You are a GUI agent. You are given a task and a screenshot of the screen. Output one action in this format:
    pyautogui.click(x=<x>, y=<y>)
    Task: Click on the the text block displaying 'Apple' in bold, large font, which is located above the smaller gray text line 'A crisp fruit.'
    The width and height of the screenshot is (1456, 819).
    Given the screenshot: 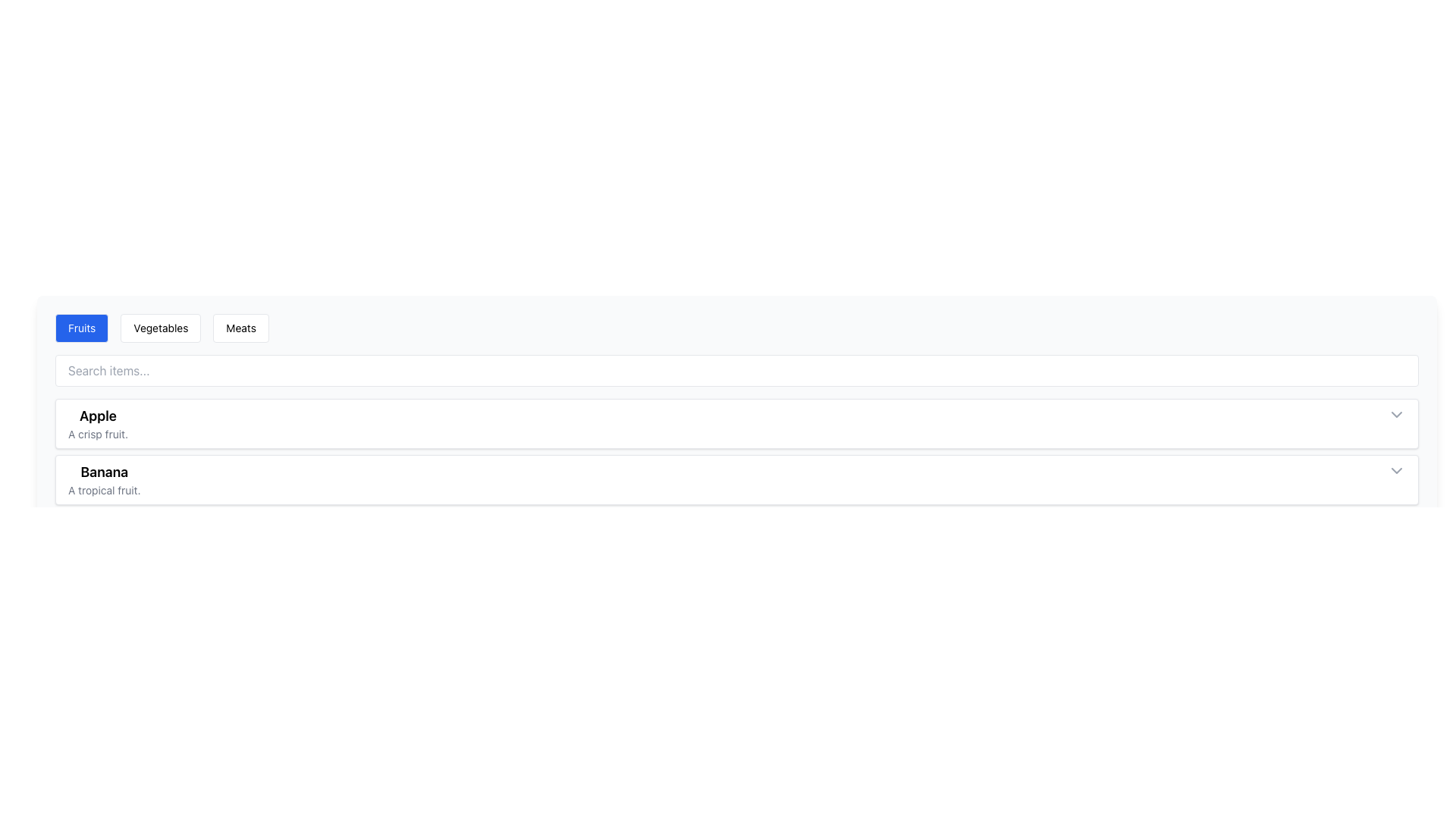 What is the action you would take?
    pyautogui.click(x=97, y=424)
    